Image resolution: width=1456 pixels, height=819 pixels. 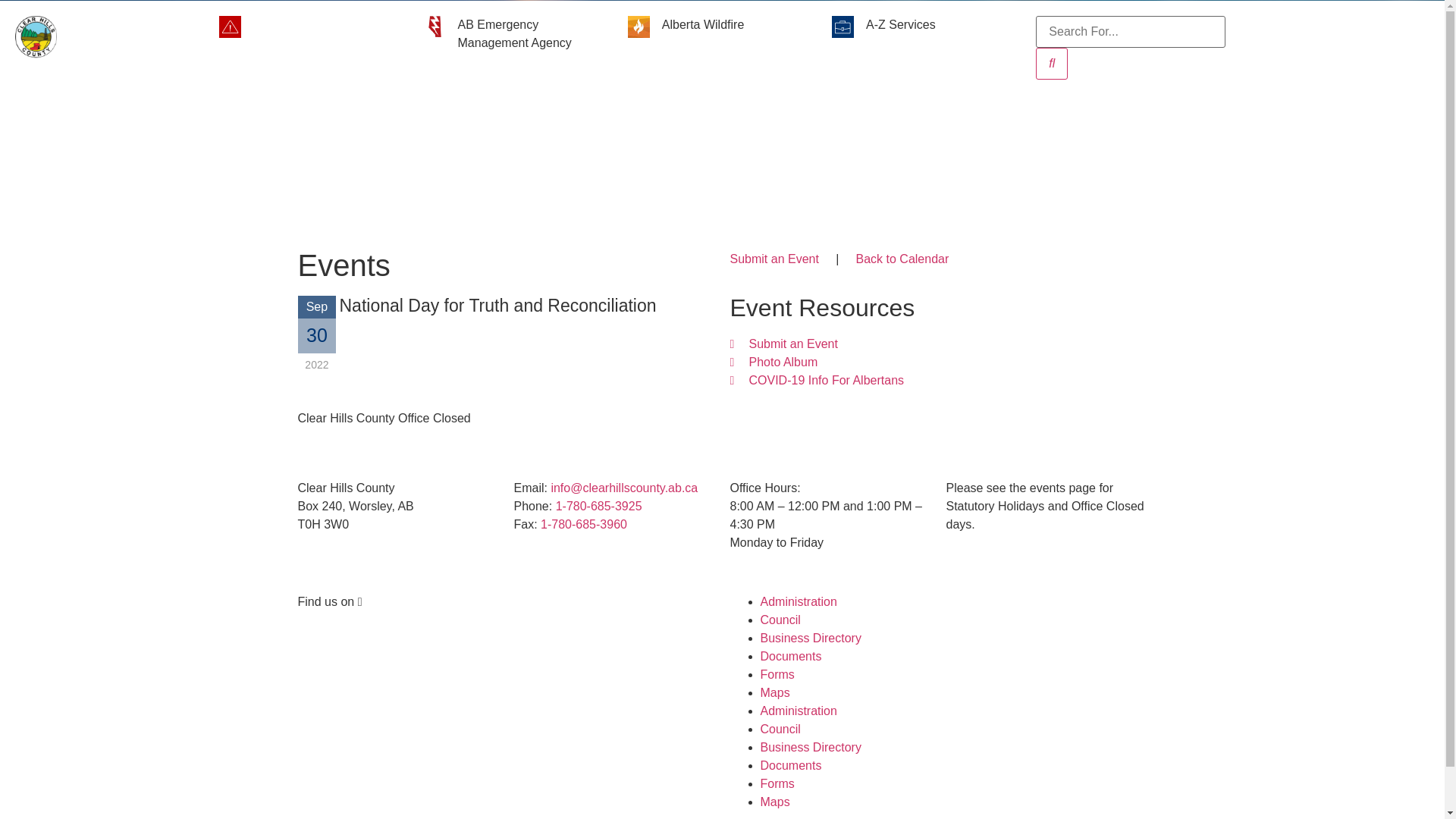 I want to click on 'info@clearhillscounty.ab.ca', so click(x=623, y=488).